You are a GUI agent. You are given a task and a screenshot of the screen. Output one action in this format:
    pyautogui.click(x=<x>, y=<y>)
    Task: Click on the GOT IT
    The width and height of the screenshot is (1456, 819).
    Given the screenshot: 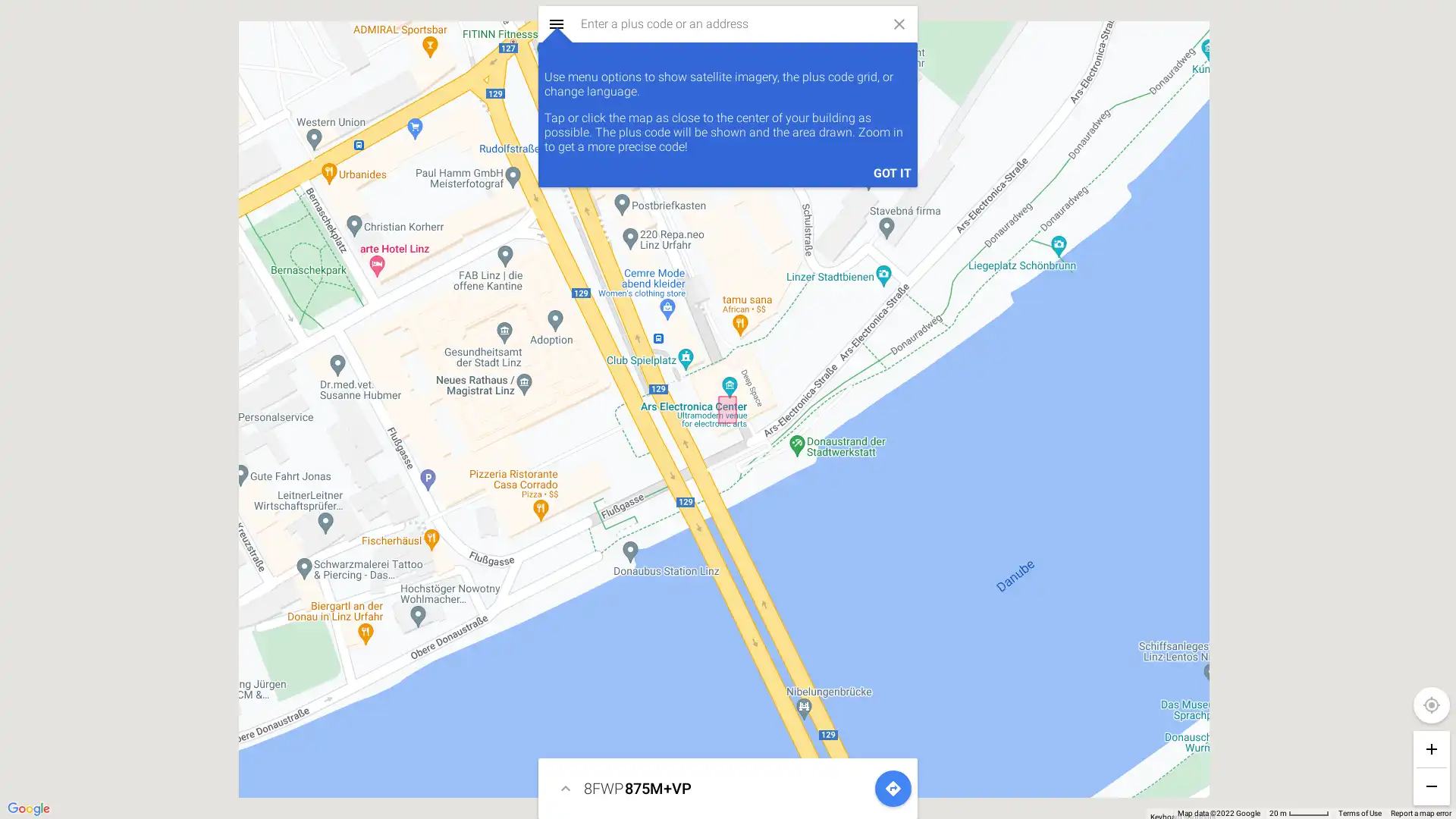 What is the action you would take?
    pyautogui.click(x=892, y=172)
    